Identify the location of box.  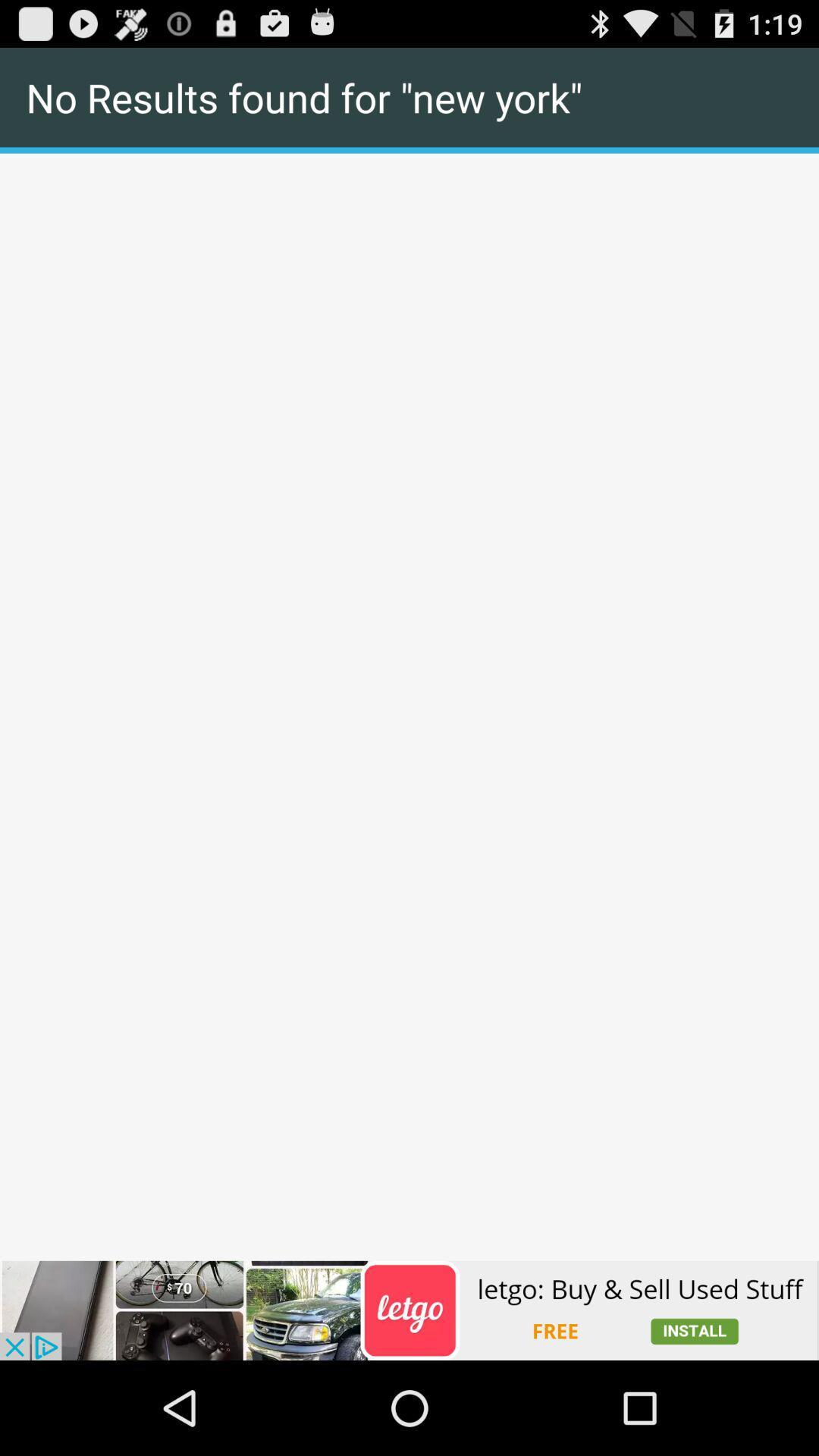
(409, 154).